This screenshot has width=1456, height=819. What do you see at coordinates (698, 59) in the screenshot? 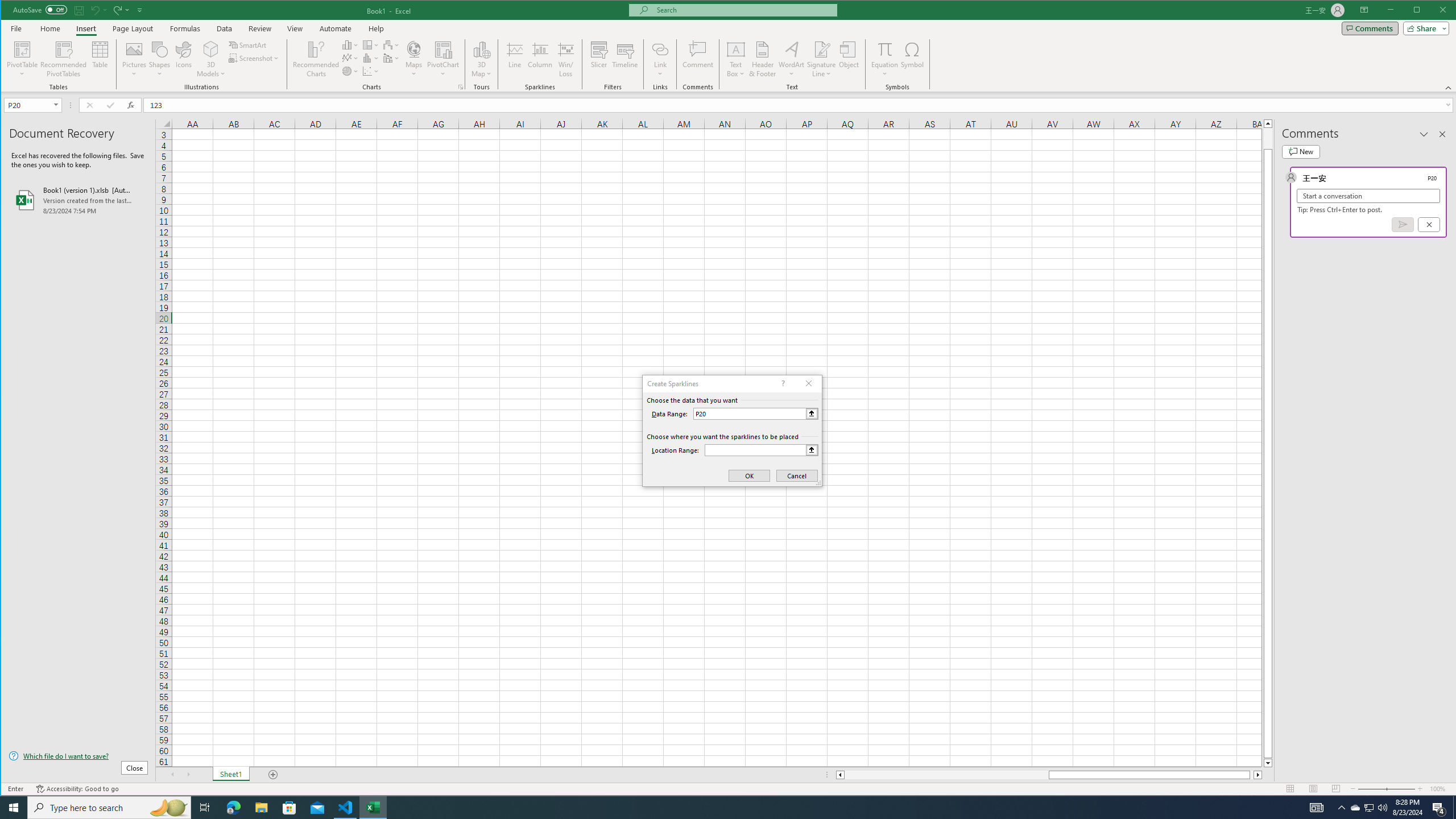
I see `'Comment'` at bounding box center [698, 59].